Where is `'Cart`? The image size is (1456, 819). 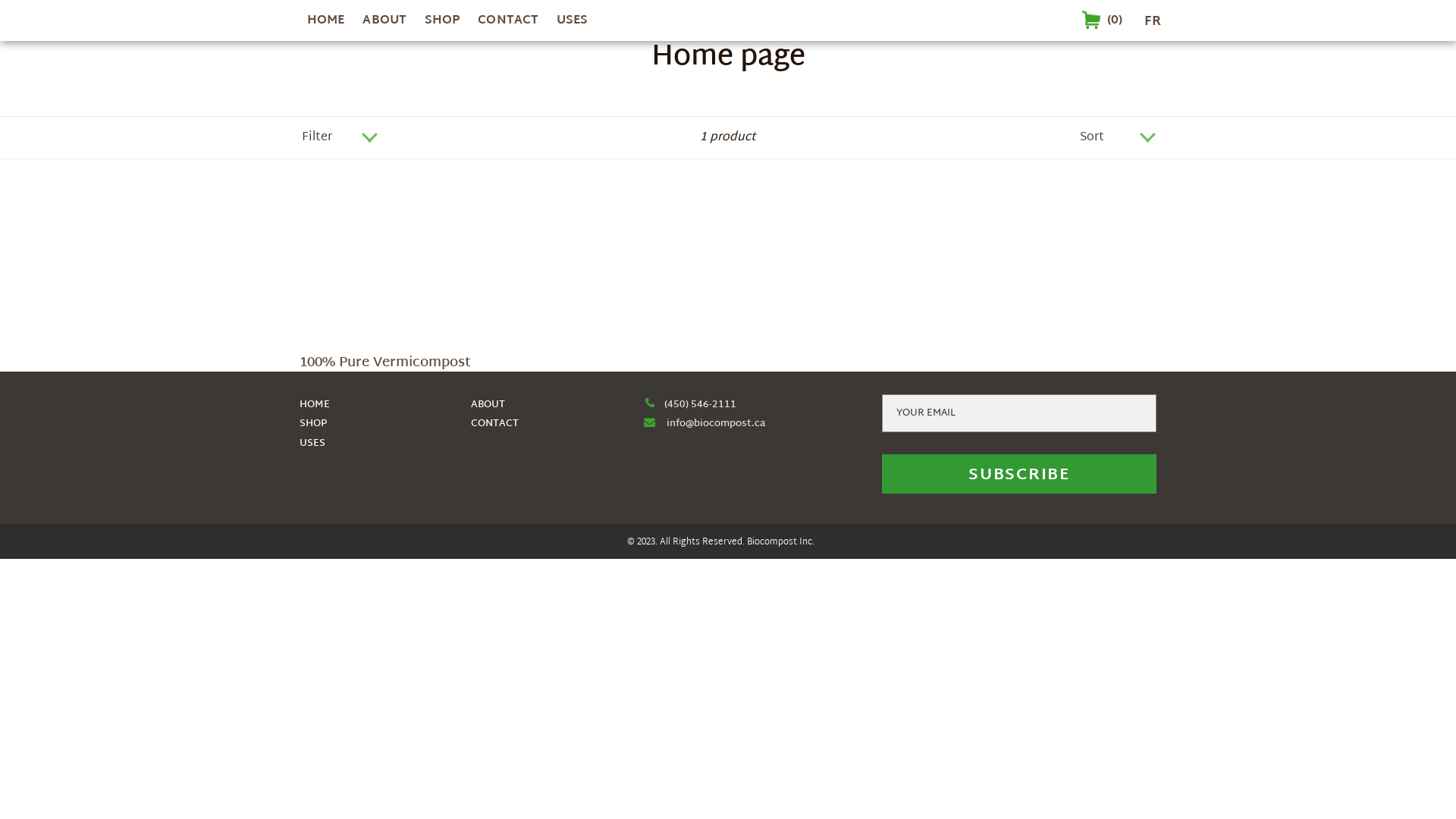 'Cart is located at coordinates (1103, 20).